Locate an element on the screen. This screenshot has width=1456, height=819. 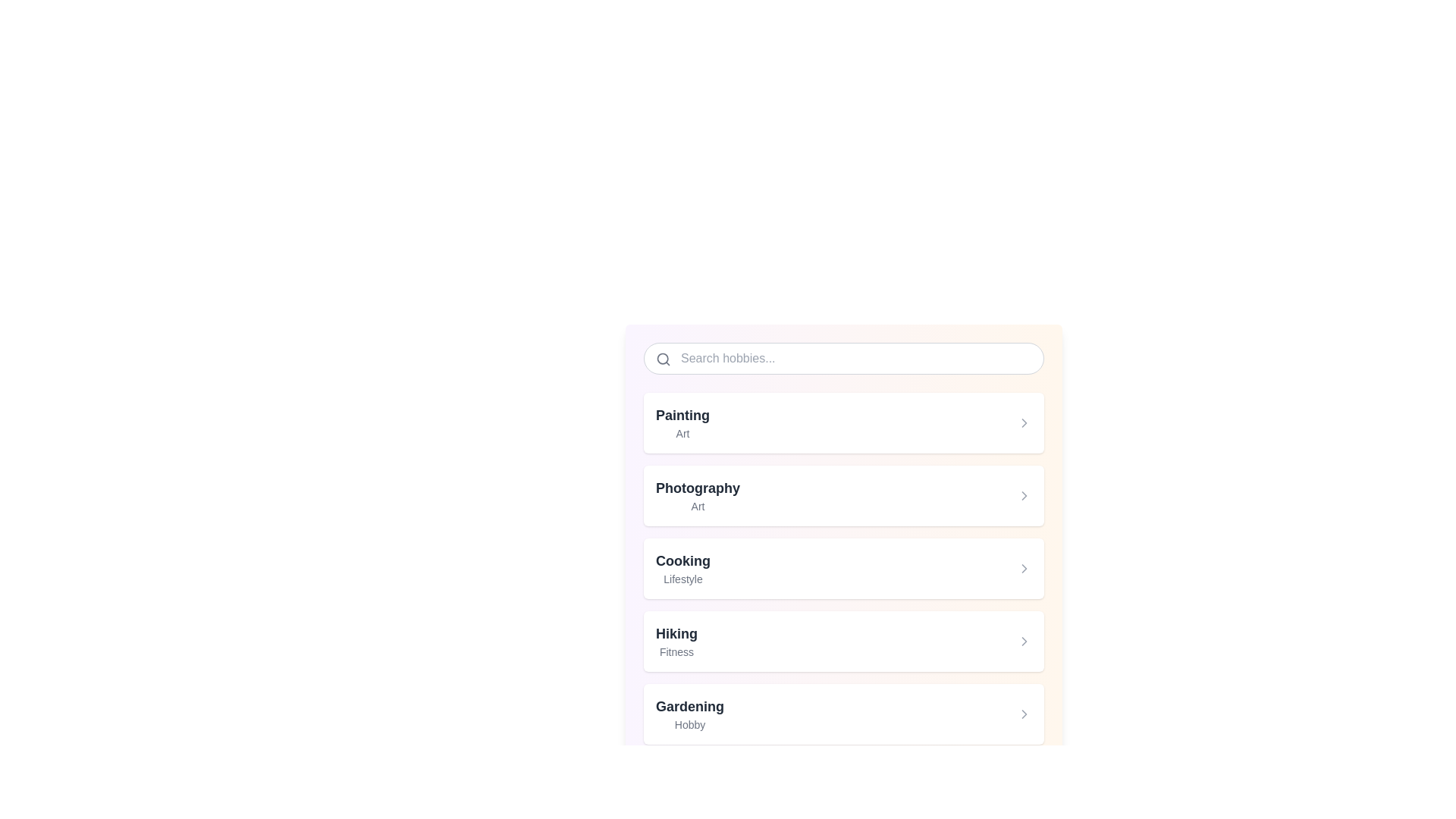
the search icon located at the top-left corner of the text box with the placeholder 'Search hobbies...' is located at coordinates (663, 359).